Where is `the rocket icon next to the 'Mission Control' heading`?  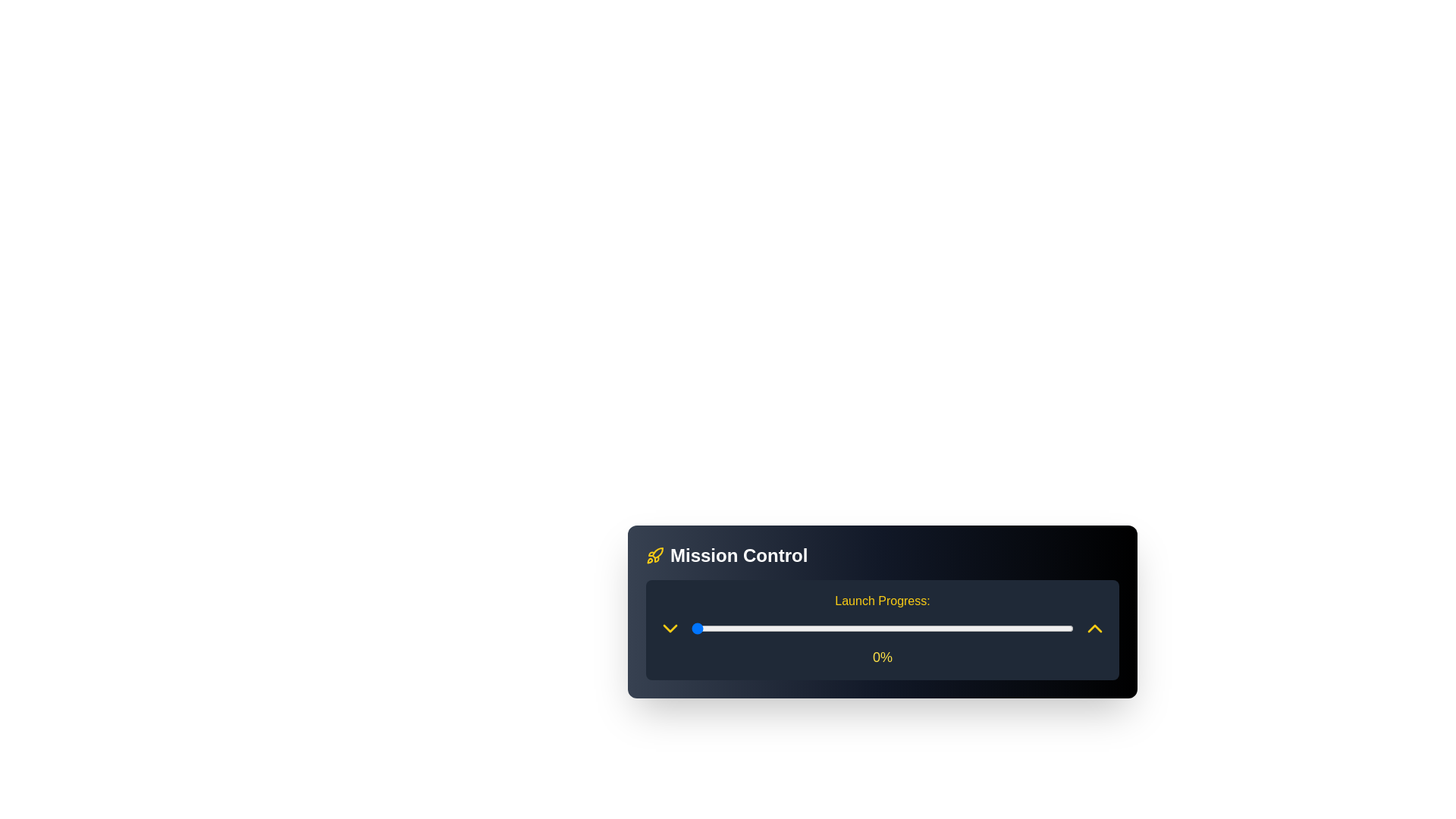
the rocket icon next to the 'Mission Control' heading is located at coordinates (655, 555).